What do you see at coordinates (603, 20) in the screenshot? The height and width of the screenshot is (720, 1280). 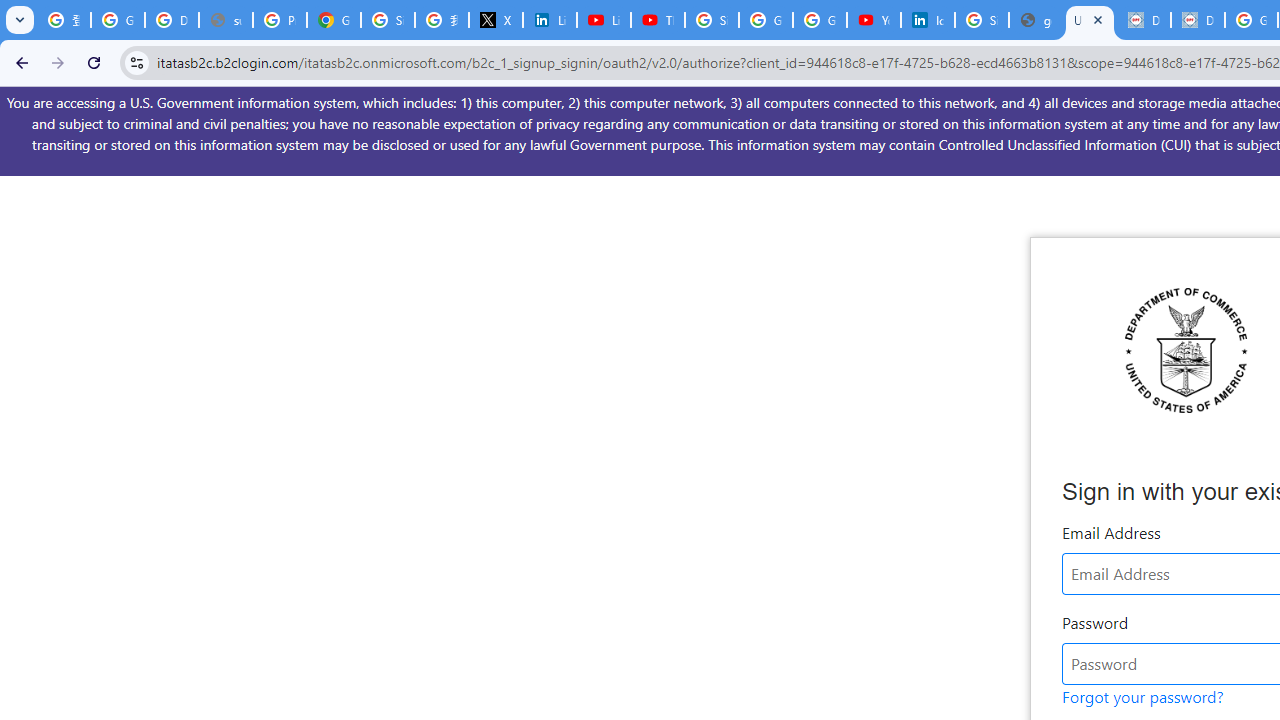 I see `'LinkedIn - YouTube'` at bounding box center [603, 20].